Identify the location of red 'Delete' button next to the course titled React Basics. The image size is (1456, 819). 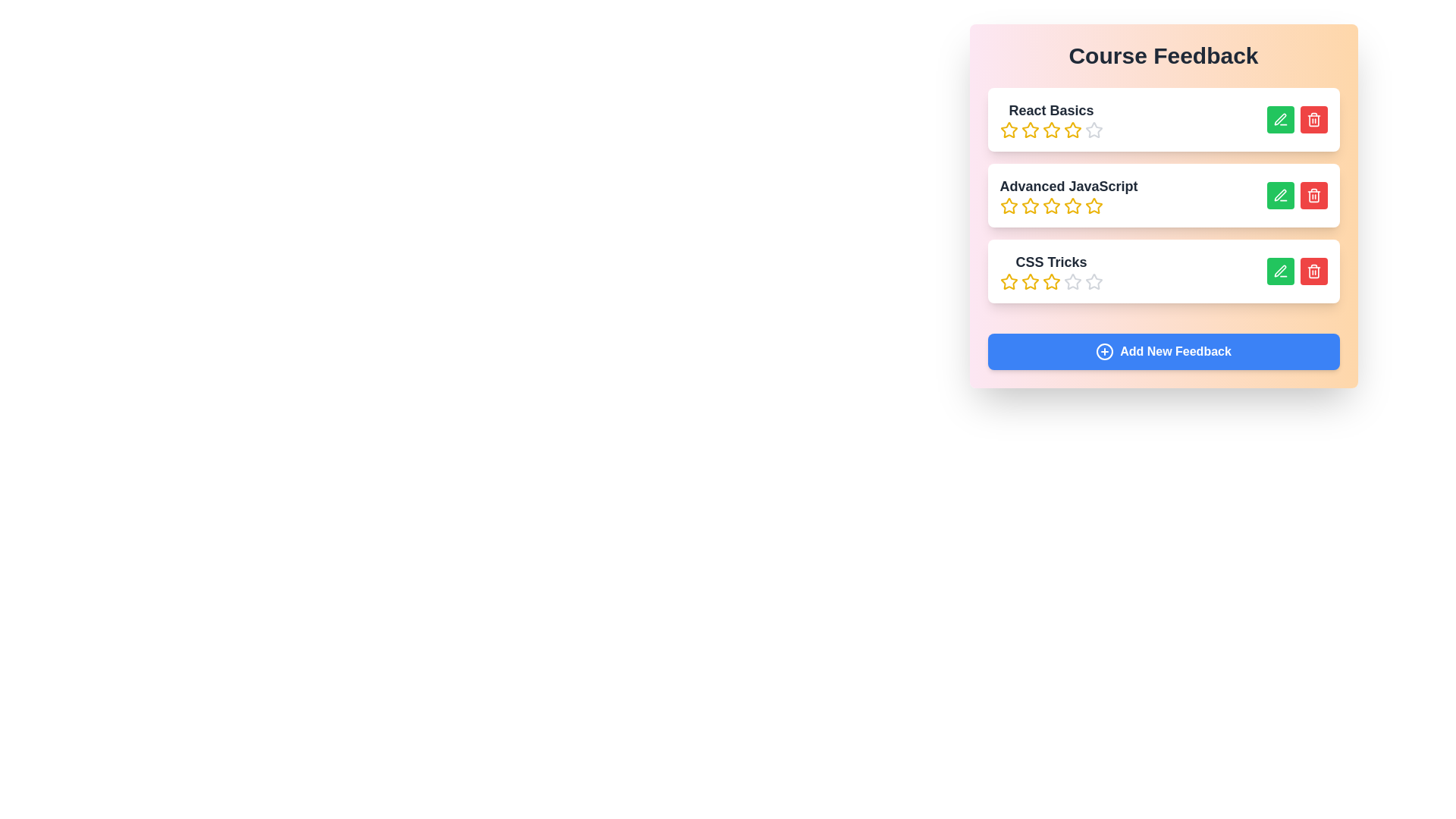
(1313, 119).